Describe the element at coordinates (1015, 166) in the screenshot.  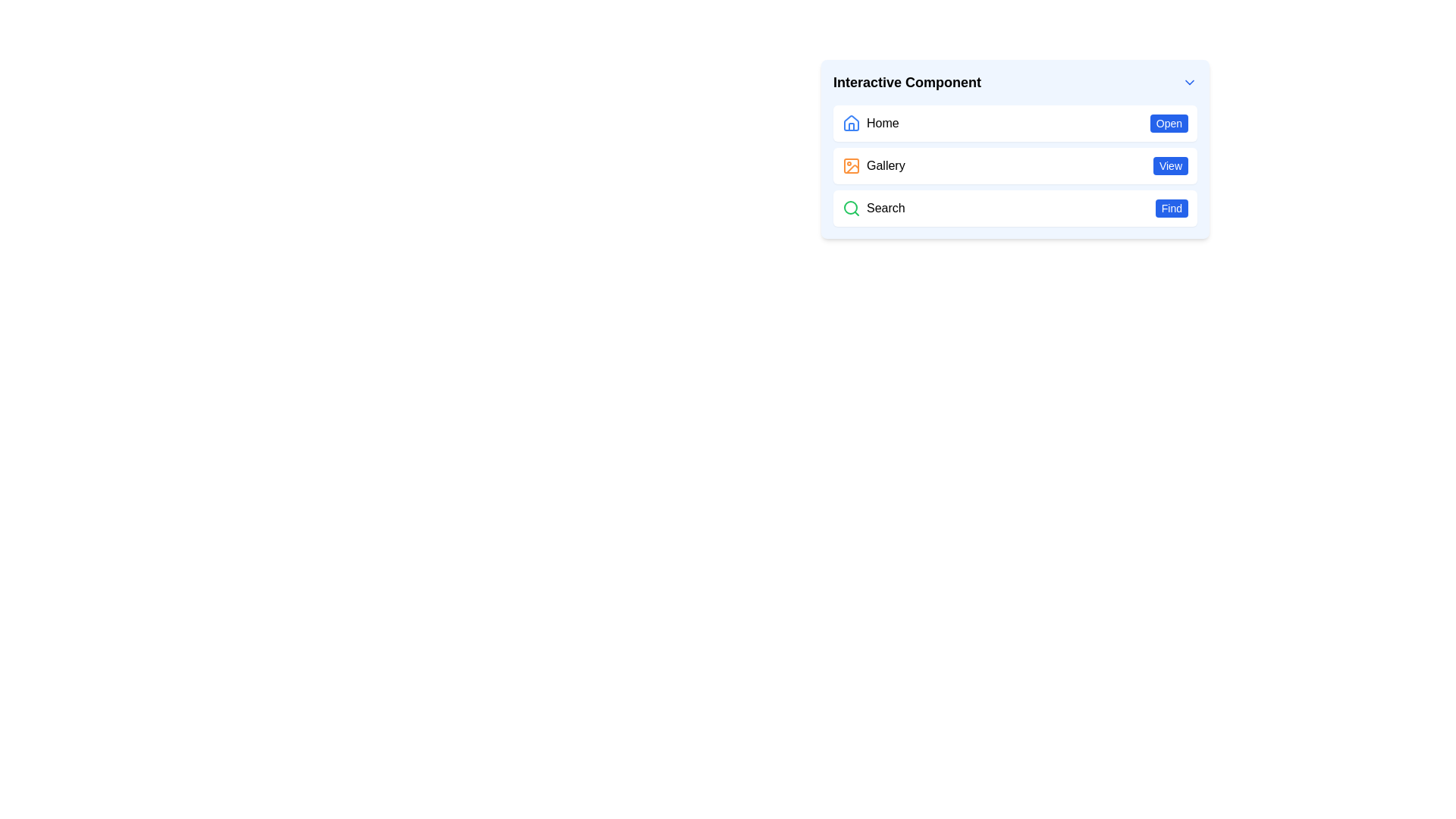
I see `the 'View' button in the second row of the interactive component` at that location.